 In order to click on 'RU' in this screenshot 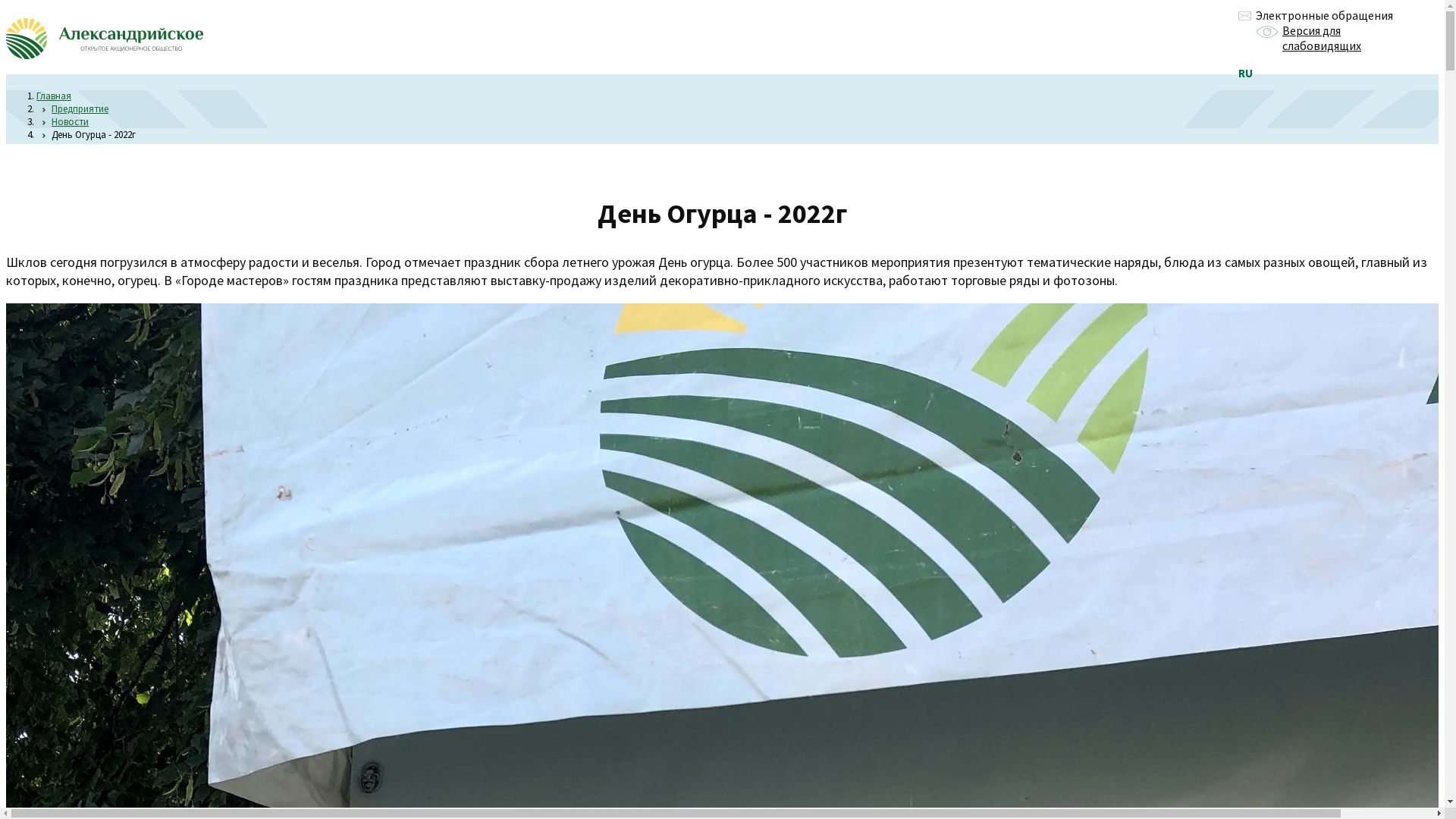, I will do `click(1238, 73)`.